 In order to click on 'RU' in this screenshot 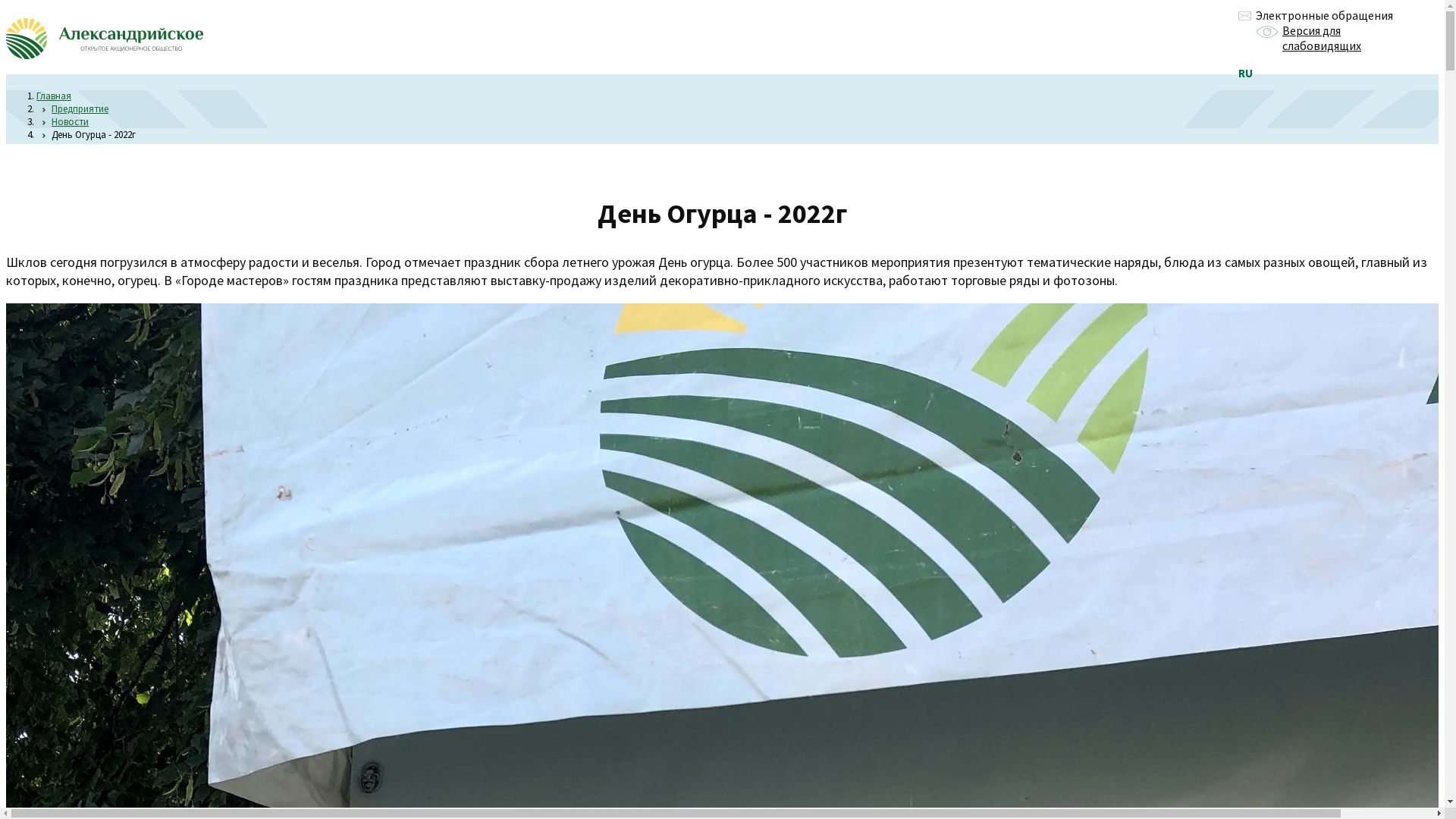, I will do `click(1238, 73)`.